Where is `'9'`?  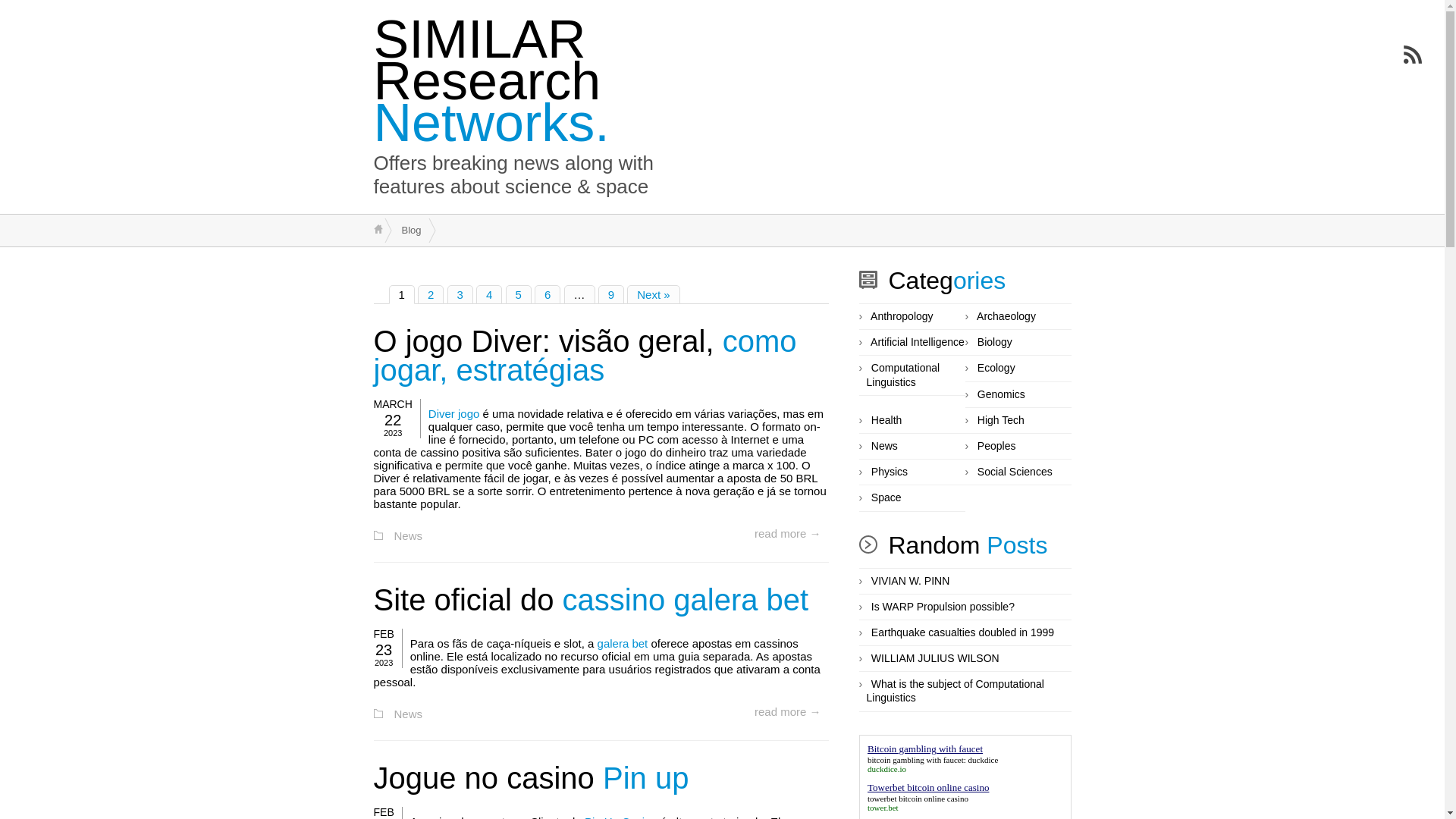 '9' is located at coordinates (611, 294).